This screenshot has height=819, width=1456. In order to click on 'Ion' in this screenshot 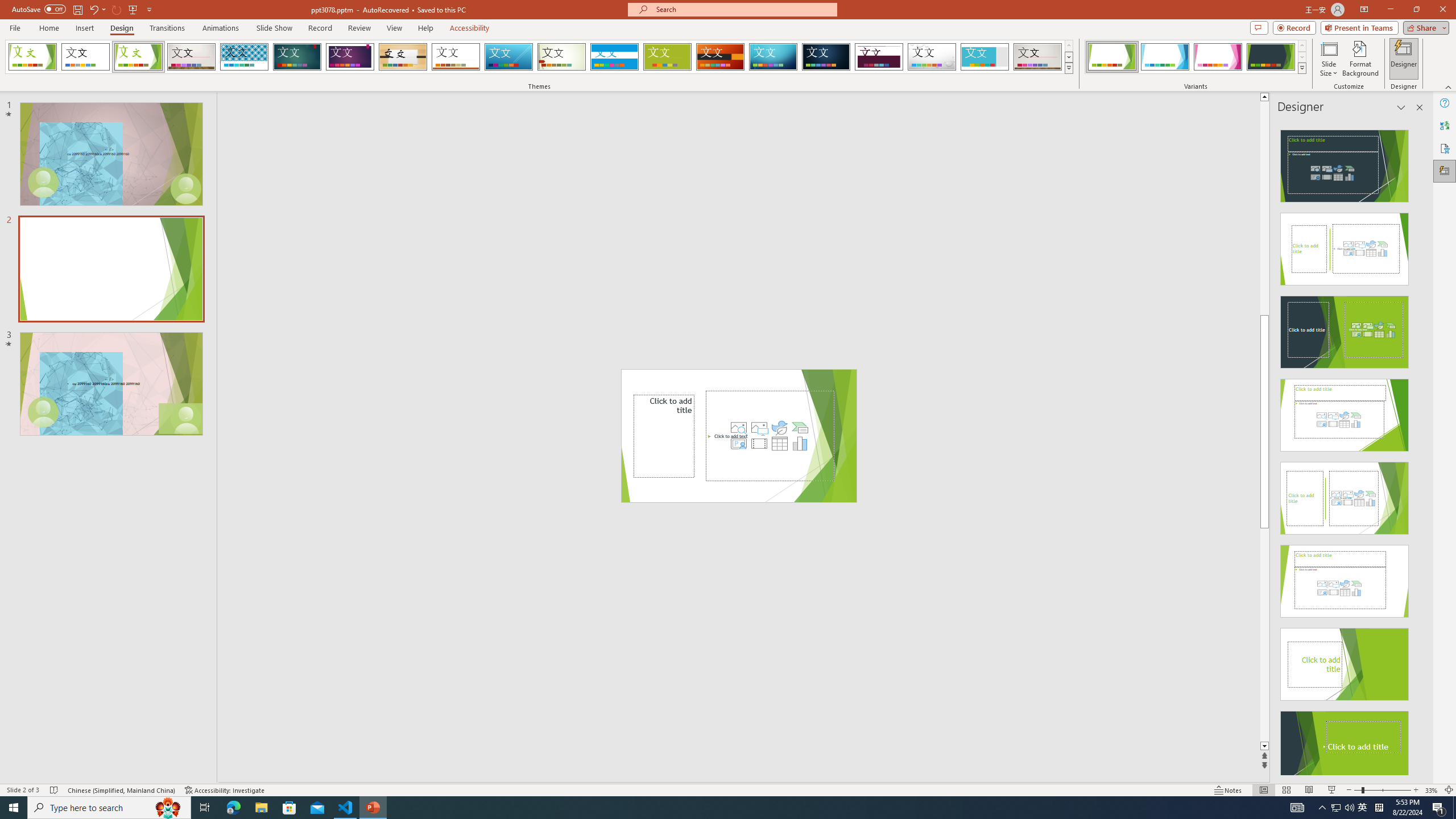, I will do `click(296, 56)`.